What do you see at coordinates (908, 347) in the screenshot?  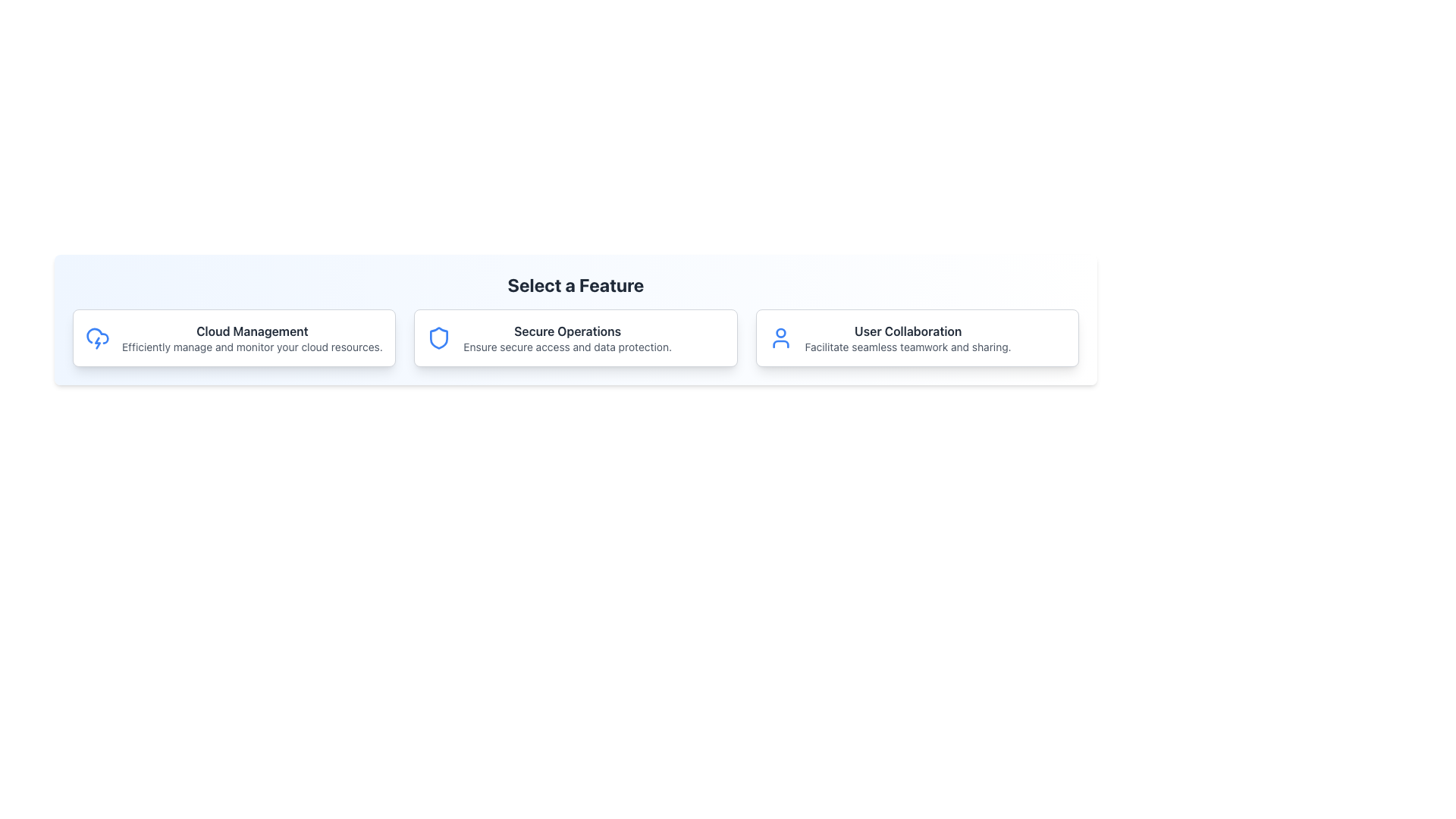 I see `the text label that says 'Facilitate seamless teamwork and sharing.' which is styled in gray and located below the title 'User Collaboration' in the rightmost card of the feature list` at bounding box center [908, 347].